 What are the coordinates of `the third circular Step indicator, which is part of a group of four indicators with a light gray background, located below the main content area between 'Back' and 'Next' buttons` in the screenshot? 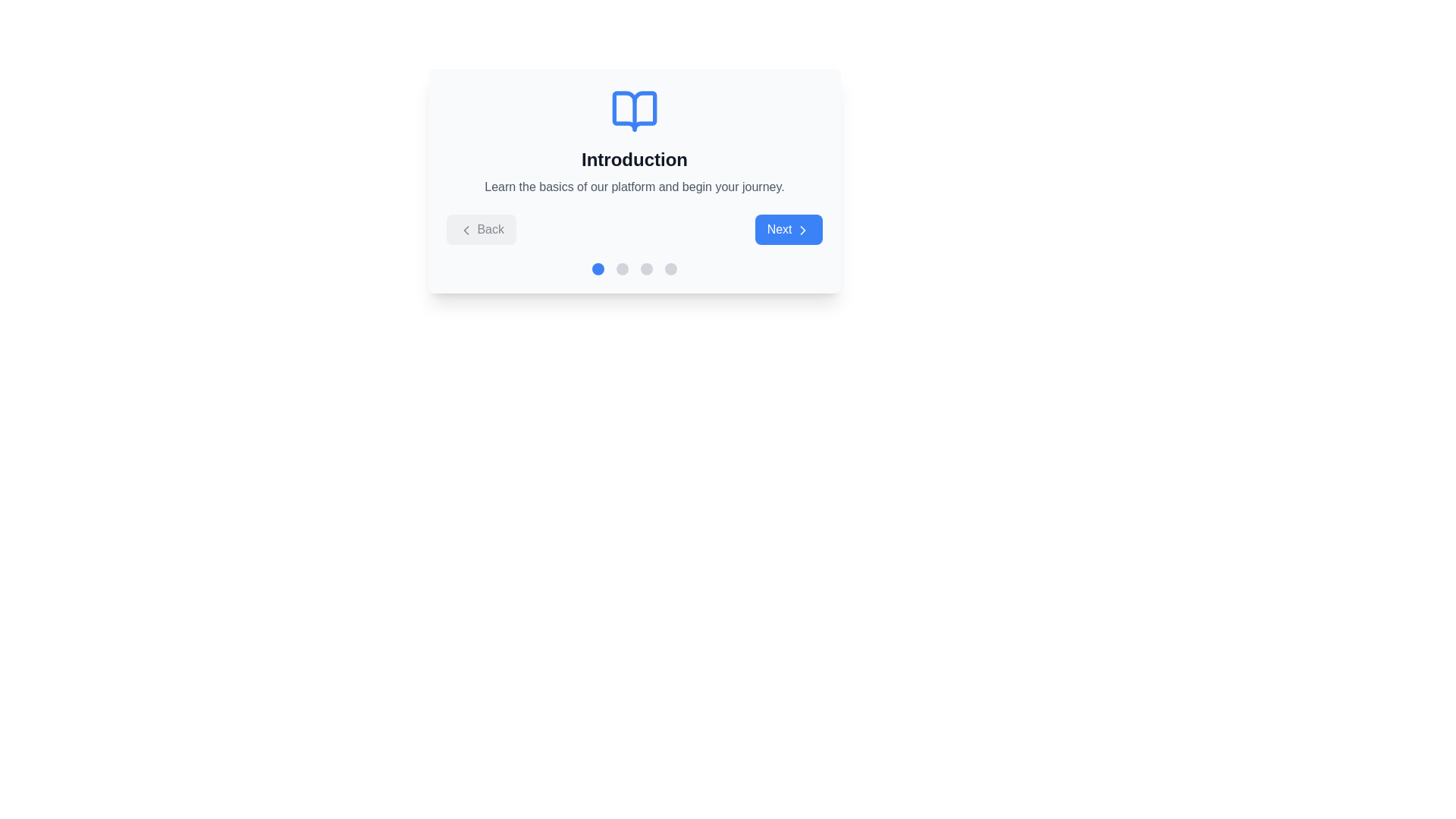 It's located at (647, 268).